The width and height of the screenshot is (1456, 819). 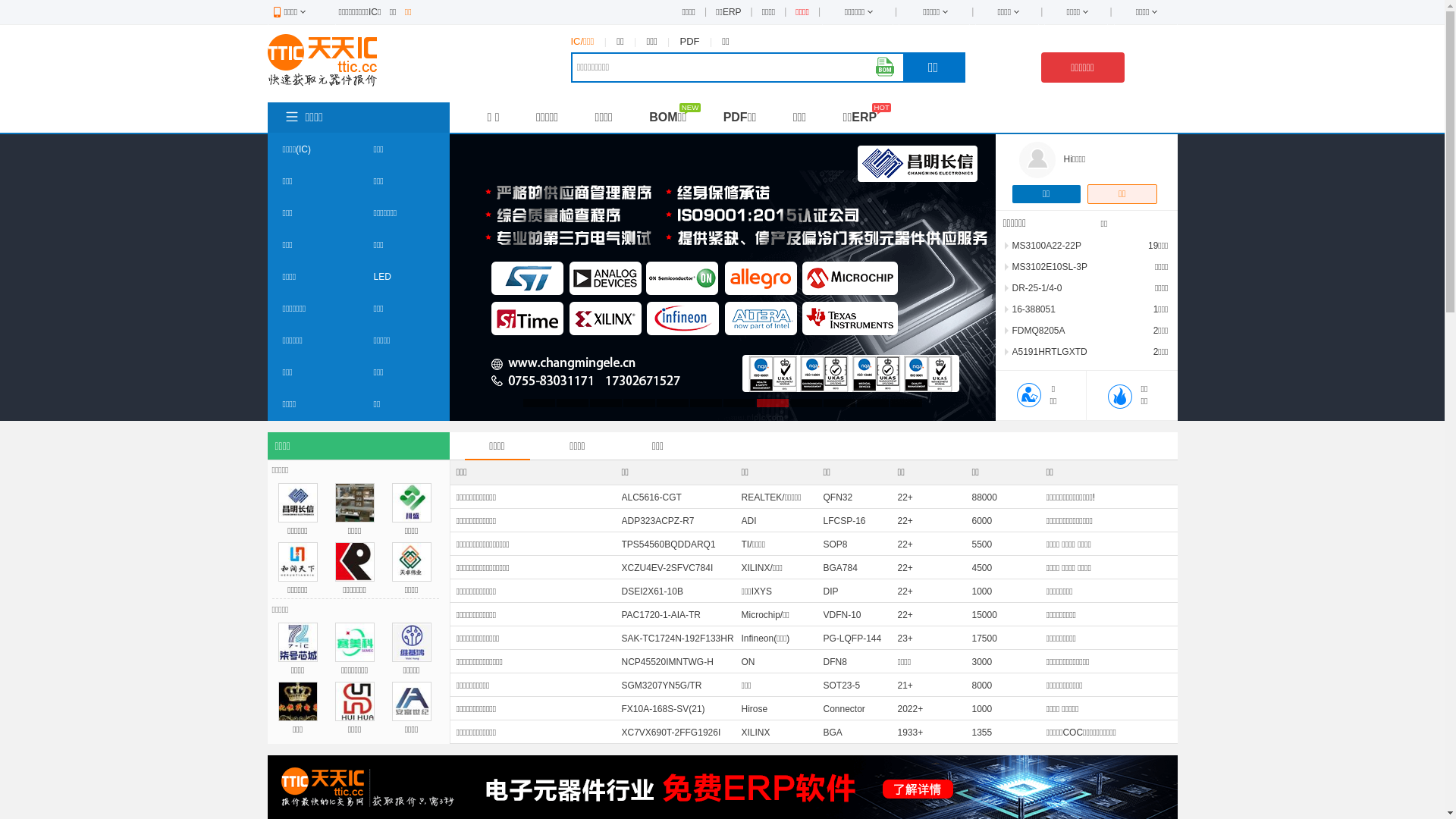 I want to click on 'XCZU4EV-2SFVC784I', so click(x=667, y=567).